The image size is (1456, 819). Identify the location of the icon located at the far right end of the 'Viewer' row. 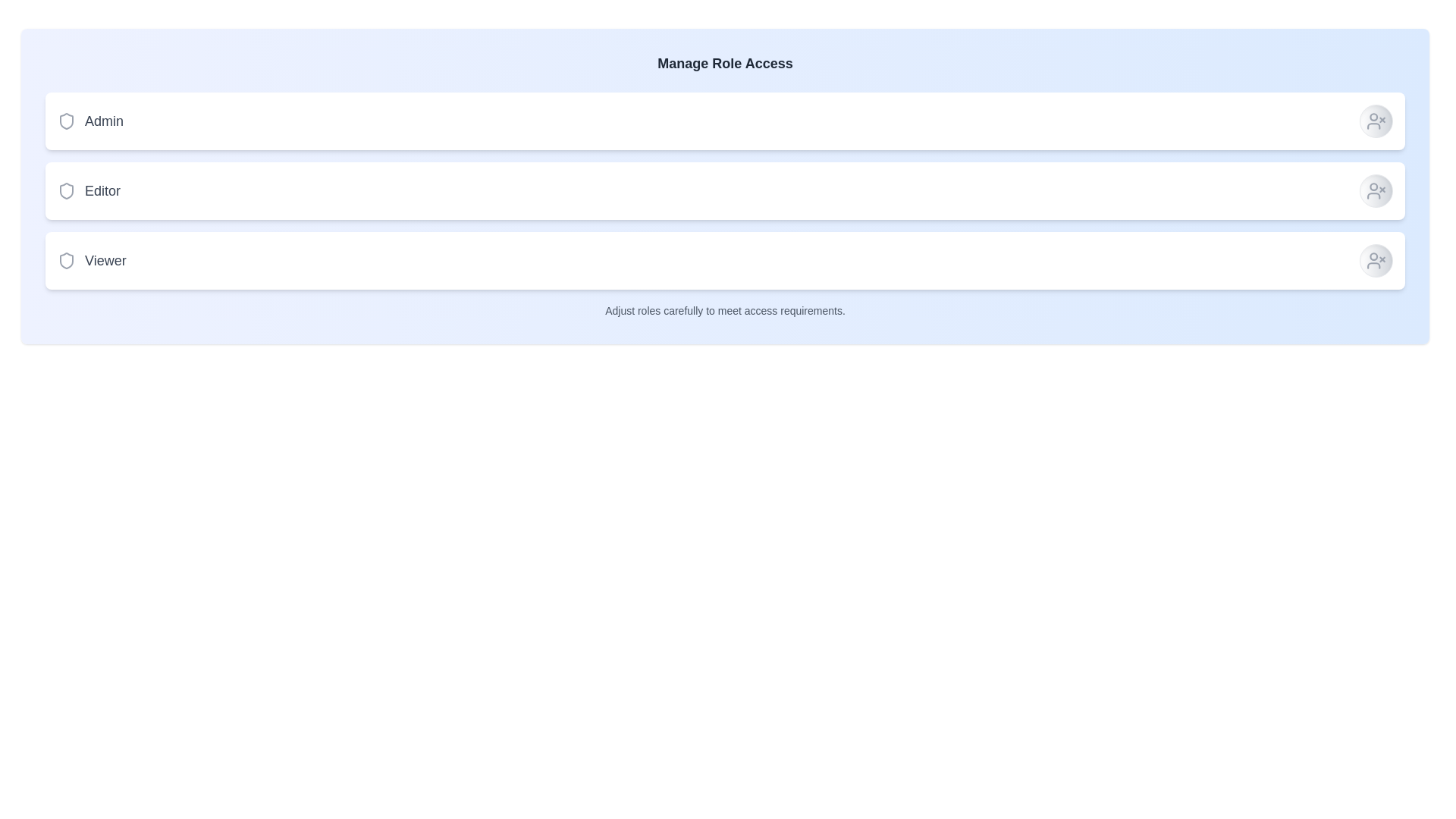
(1376, 259).